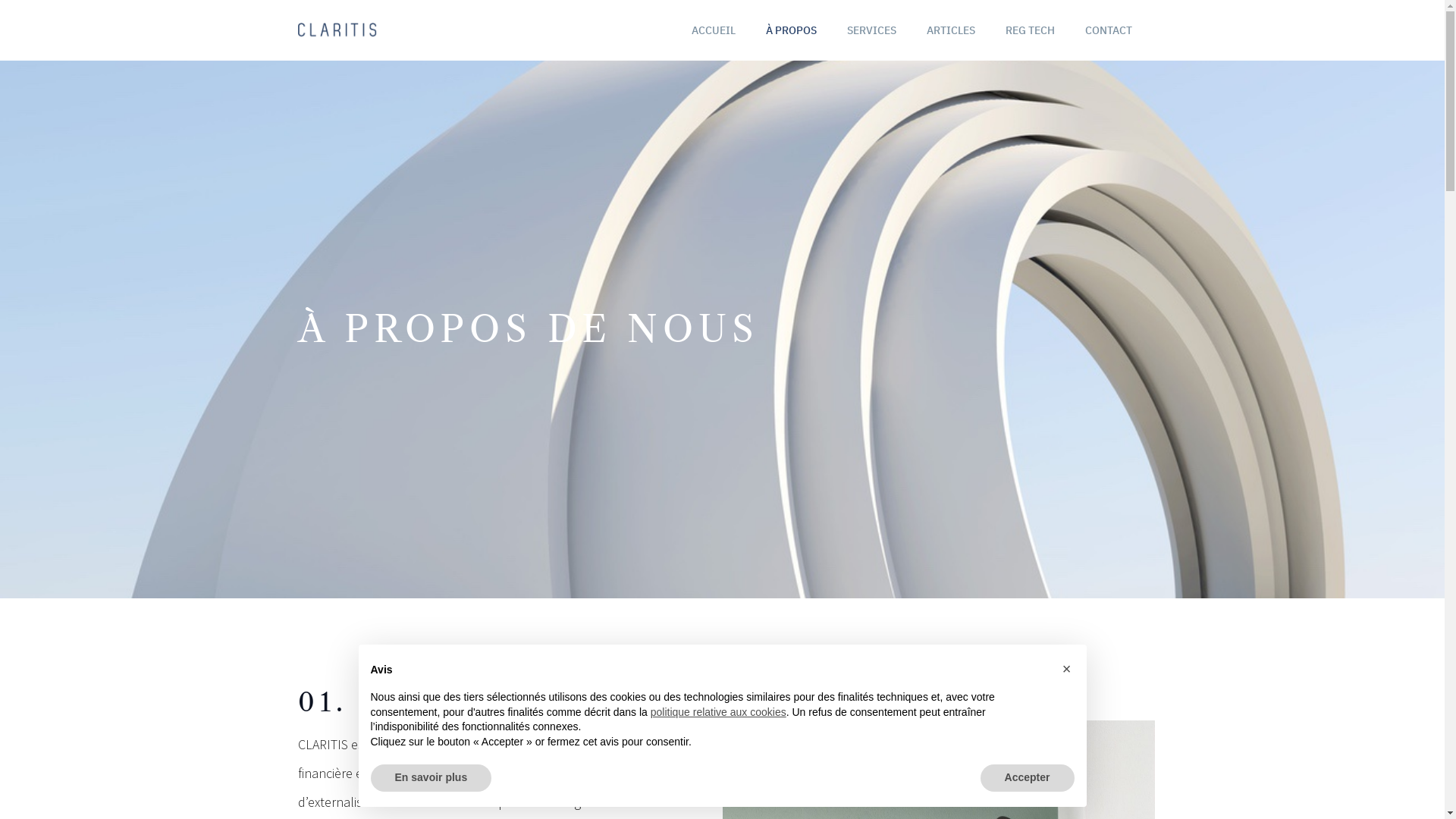 This screenshot has width=1456, height=819. Describe the element at coordinates (1027, 778) in the screenshot. I see `'Accepter'` at that location.